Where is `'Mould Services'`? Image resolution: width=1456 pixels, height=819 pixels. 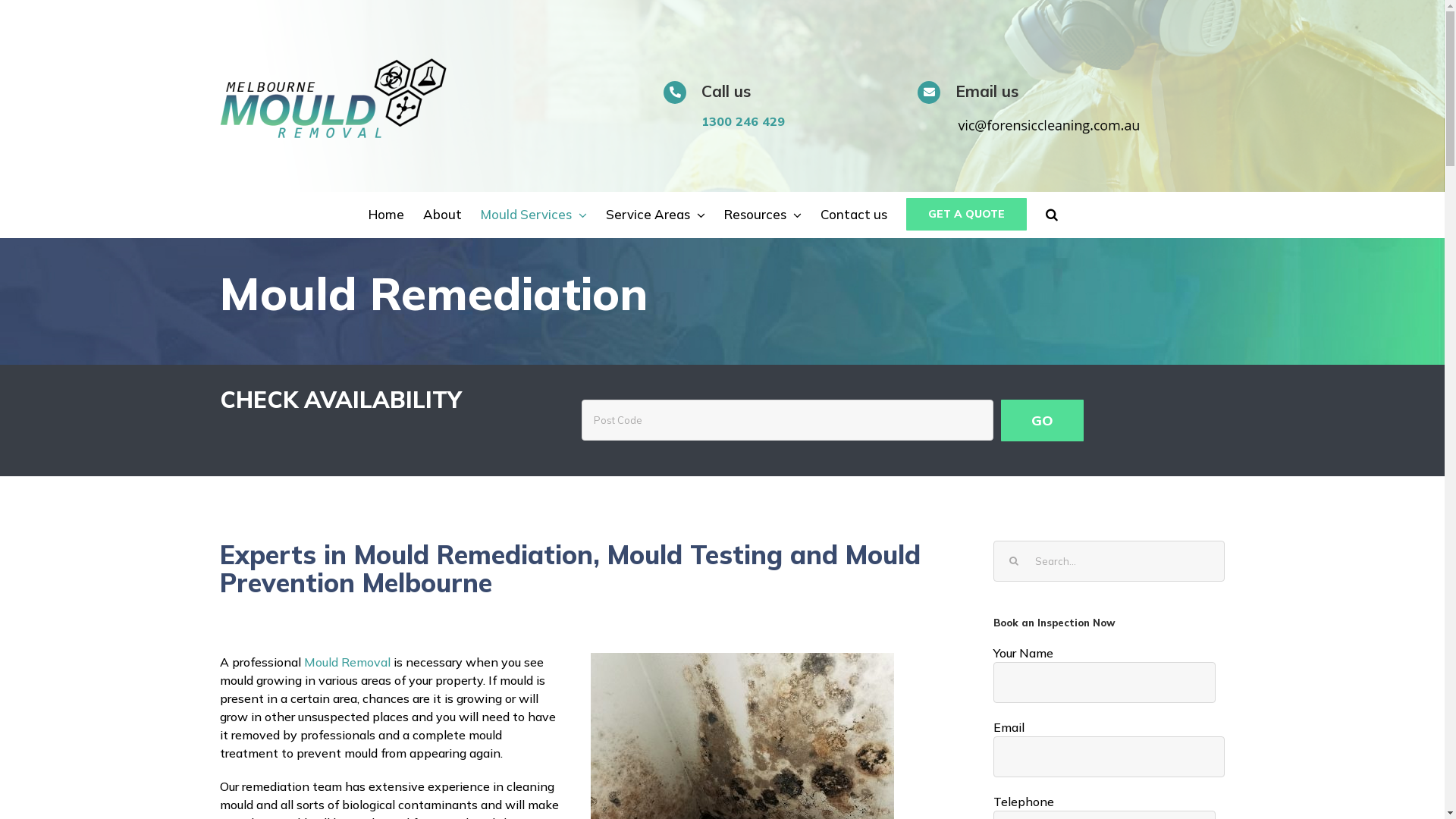
'Mould Services' is located at coordinates (534, 214).